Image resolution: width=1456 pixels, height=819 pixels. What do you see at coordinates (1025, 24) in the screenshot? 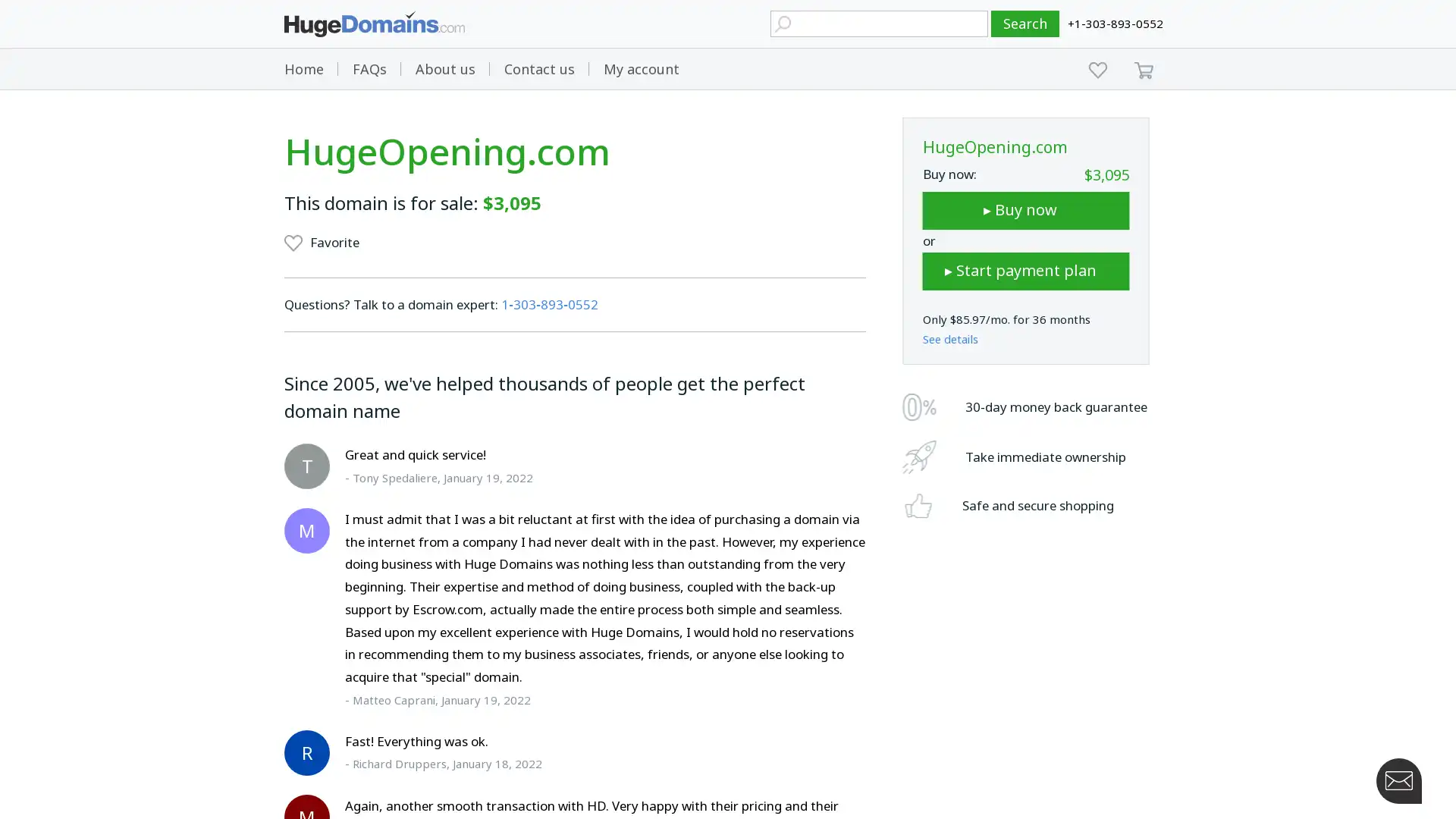
I see `Search` at bounding box center [1025, 24].